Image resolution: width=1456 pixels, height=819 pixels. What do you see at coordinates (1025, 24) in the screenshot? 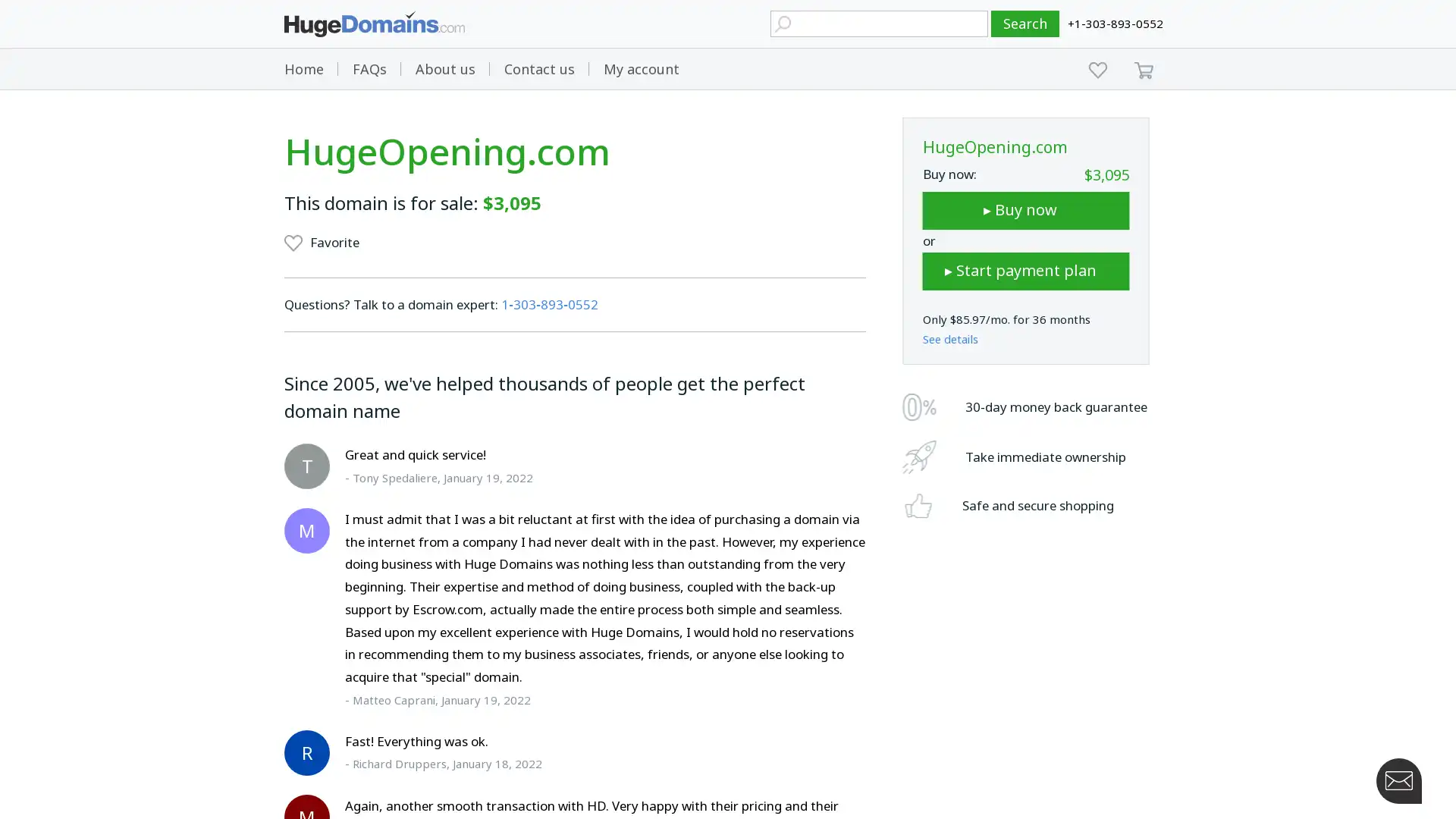
I see `Search` at bounding box center [1025, 24].